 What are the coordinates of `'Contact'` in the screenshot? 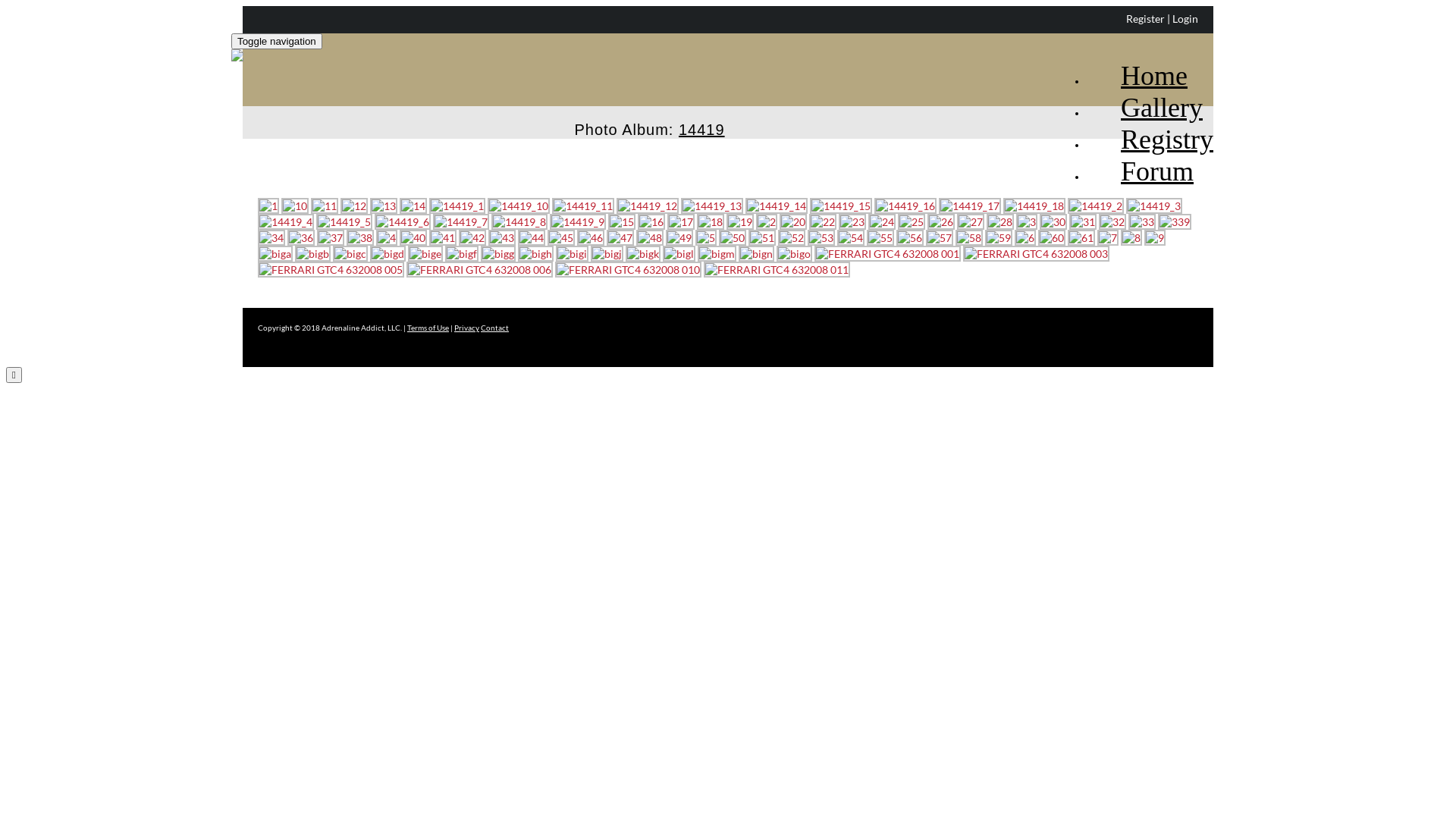 It's located at (479, 327).